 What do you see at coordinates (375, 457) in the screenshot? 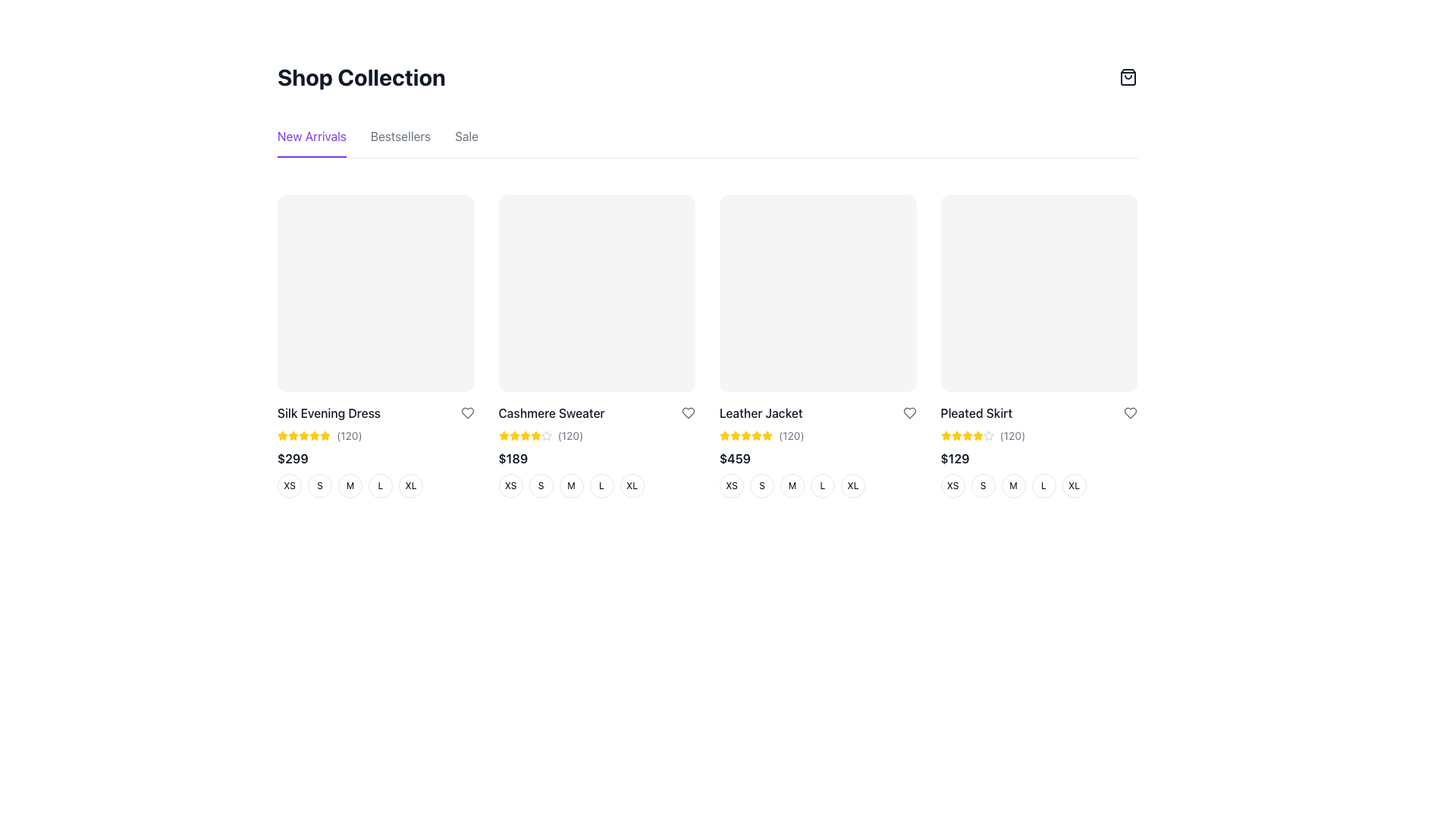
I see `price displayed as $299 in bold, dark-gray font, located below the 'Silk Evening Dress' title and user rating in the product description section` at bounding box center [375, 457].